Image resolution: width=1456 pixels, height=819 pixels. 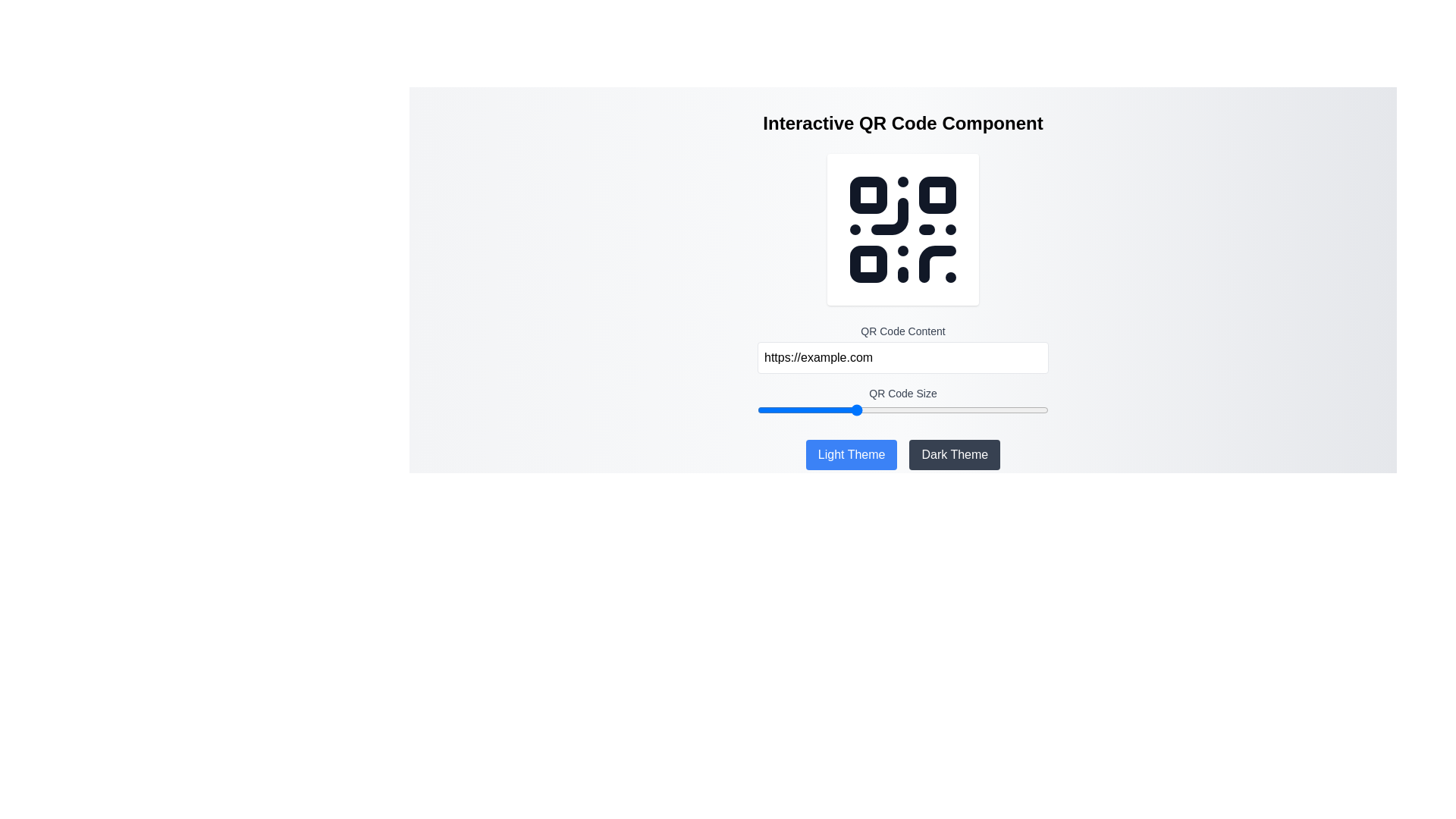 What do you see at coordinates (954, 454) in the screenshot?
I see `the 'Dark Theme' button, which is a rectangular button with rounded corners, dark gray background, and white text, located to the right of the 'Light Theme' button in the lower-right area of the interface` at bounding box center [954, 454].